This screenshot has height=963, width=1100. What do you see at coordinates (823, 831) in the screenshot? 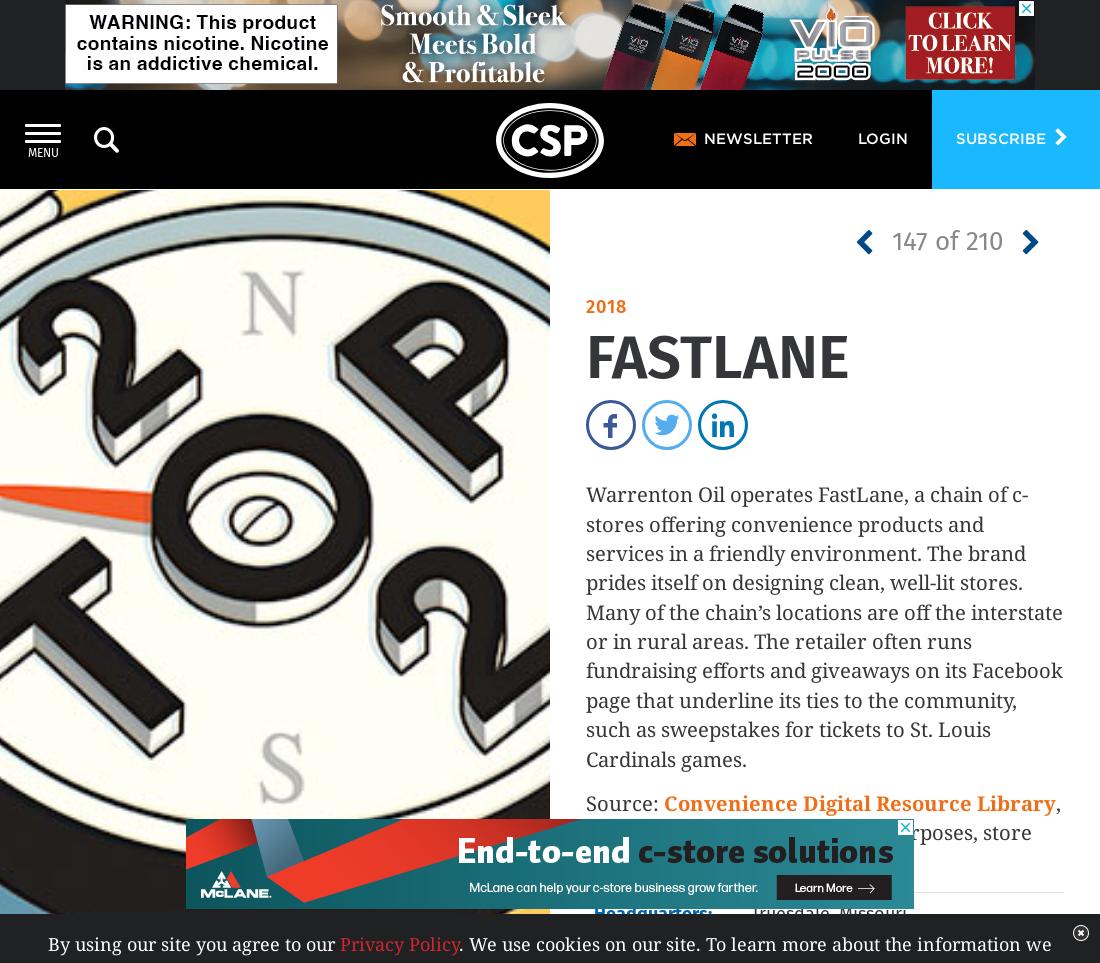
I see `', Technomic. For benchmarking purposes, store counts are year-end 2017.'` at bounding box center [823, 831].